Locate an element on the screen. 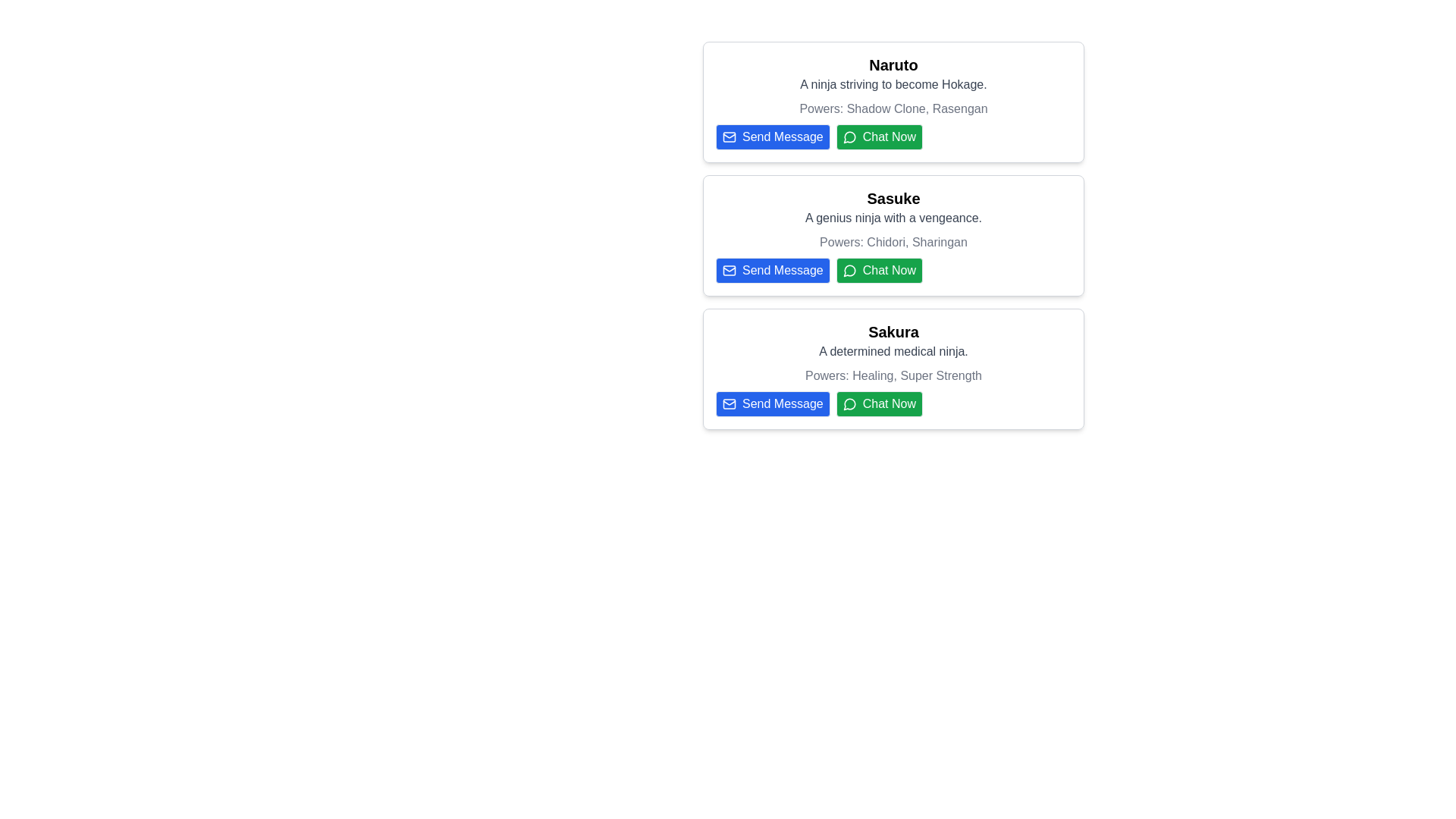  the mail icon, which is represented by a simple envelope design on a blue rectangular background, located within the 'Send Message' button on the left side of the button's text is located at coordinates (729, 137).